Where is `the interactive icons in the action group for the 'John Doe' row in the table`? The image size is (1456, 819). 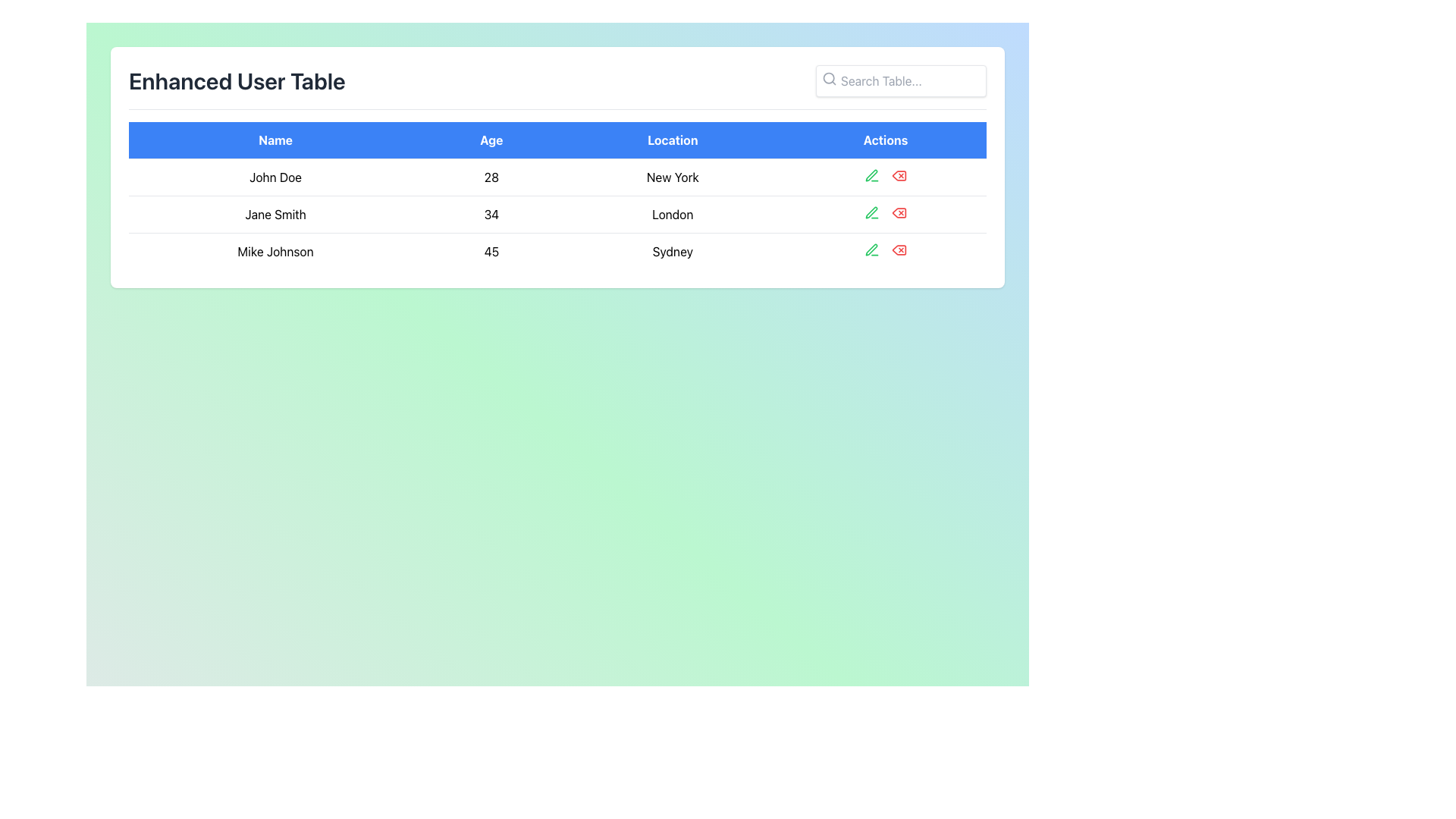 the interactive icons in the action group for the 'John Doe' row in the table is located at coordinates (885, 174).